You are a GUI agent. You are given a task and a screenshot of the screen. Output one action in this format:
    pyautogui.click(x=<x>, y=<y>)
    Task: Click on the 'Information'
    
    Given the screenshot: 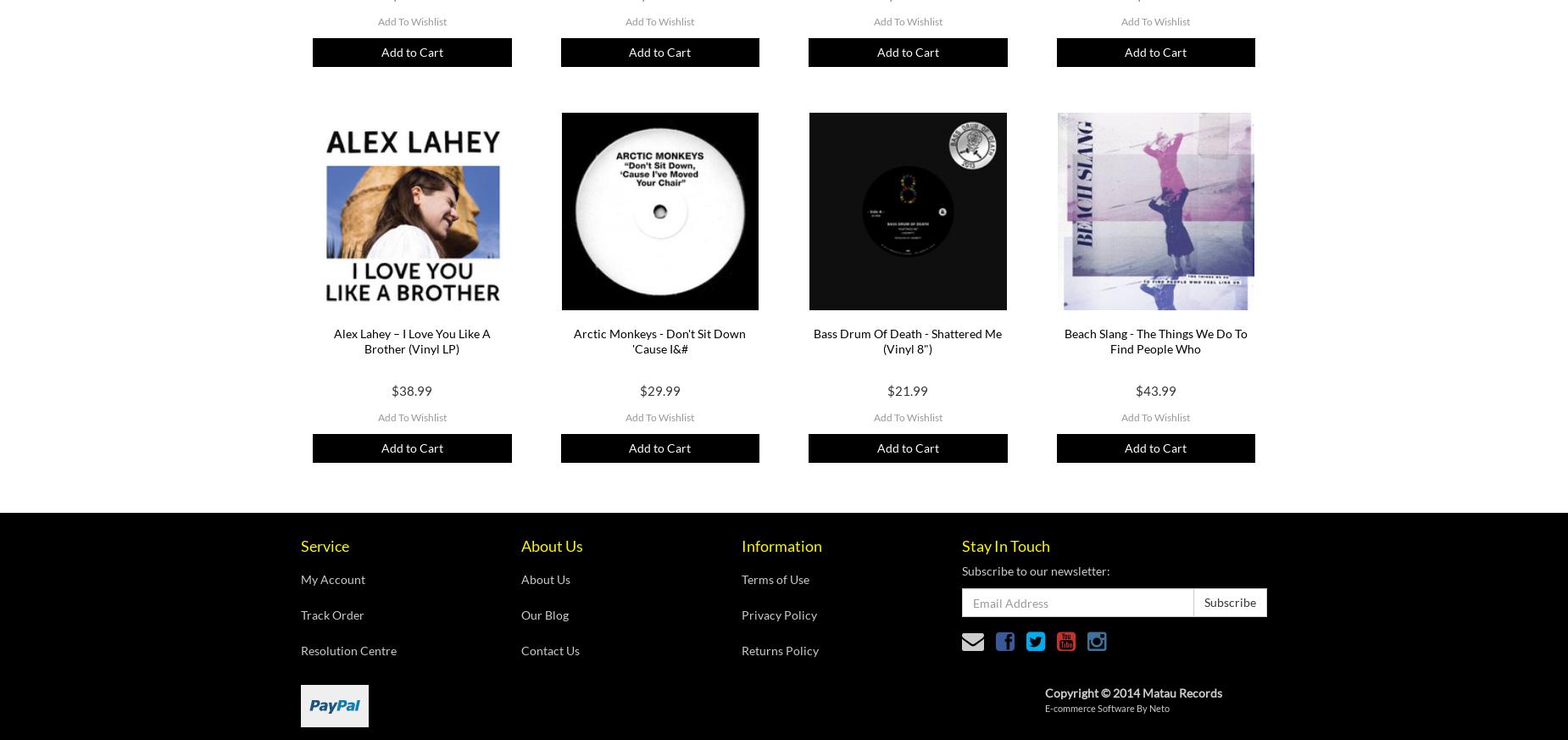 What is the action you would take?
    pyautogui.click(x=781, y=544)
    